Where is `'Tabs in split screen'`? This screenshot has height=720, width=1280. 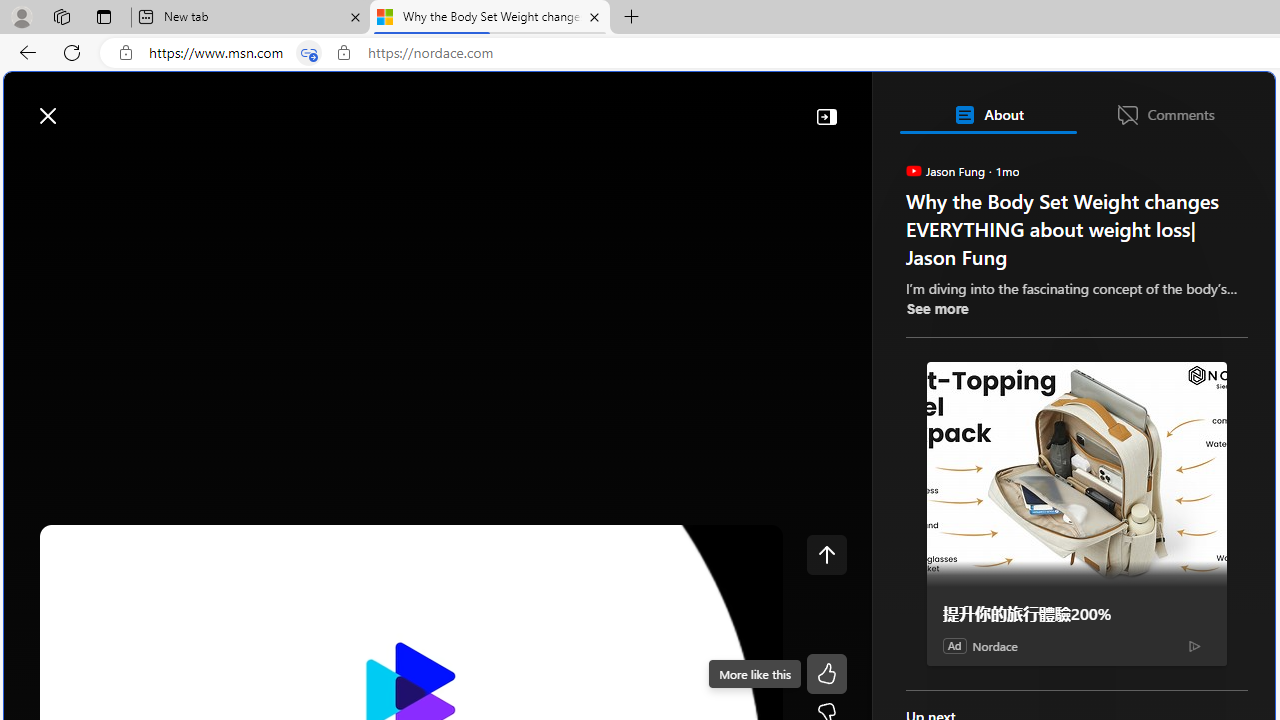
'Tabs in split screen' is located at coordinates (308, 52).